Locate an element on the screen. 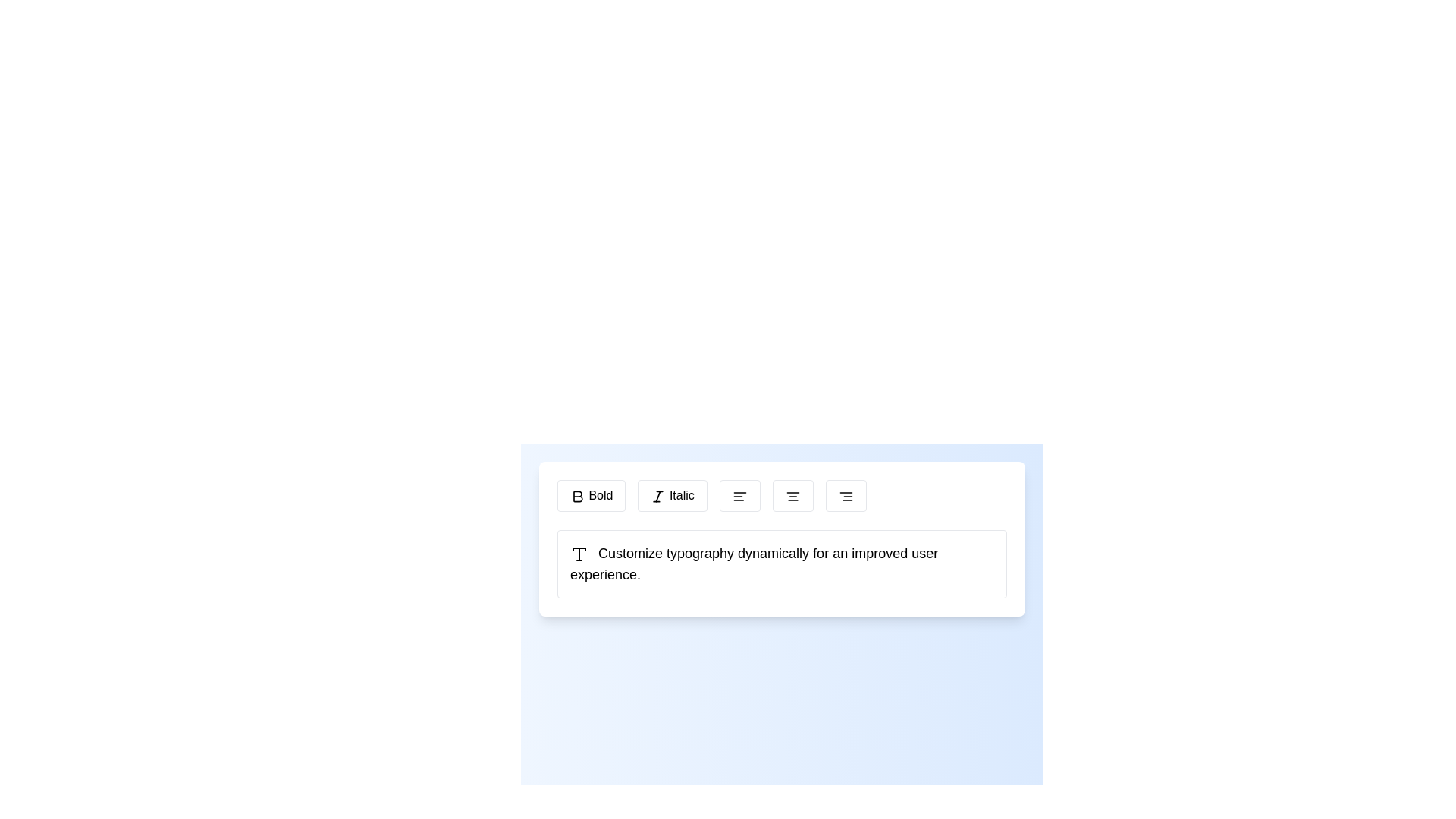  the right alignment button, which has a white background, black border, and an icon of three horizontal lines aligned to the right, to apply right alignment is located at coordinates (845, 496).